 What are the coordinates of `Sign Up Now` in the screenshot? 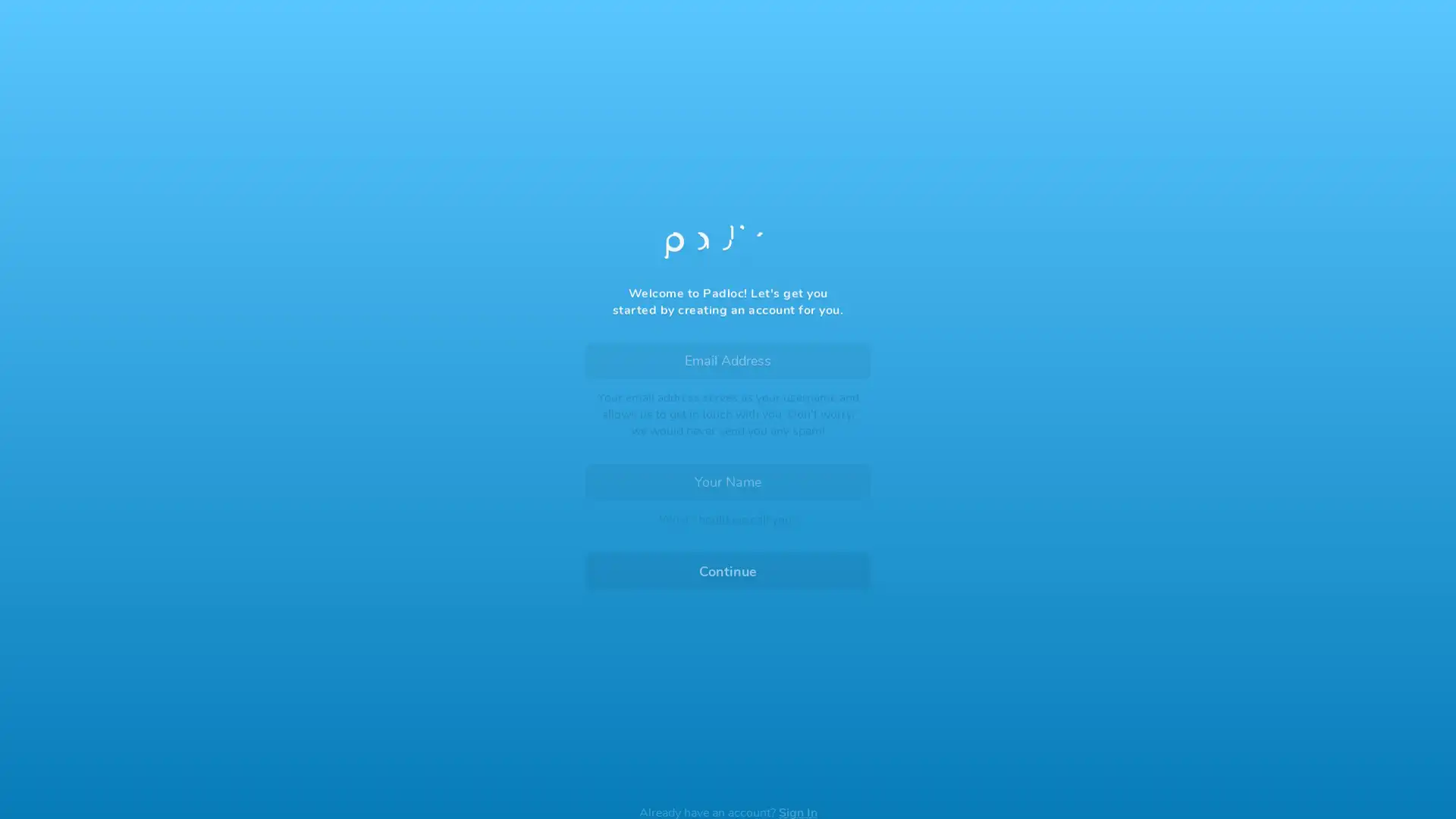 It's located at (728, 534).